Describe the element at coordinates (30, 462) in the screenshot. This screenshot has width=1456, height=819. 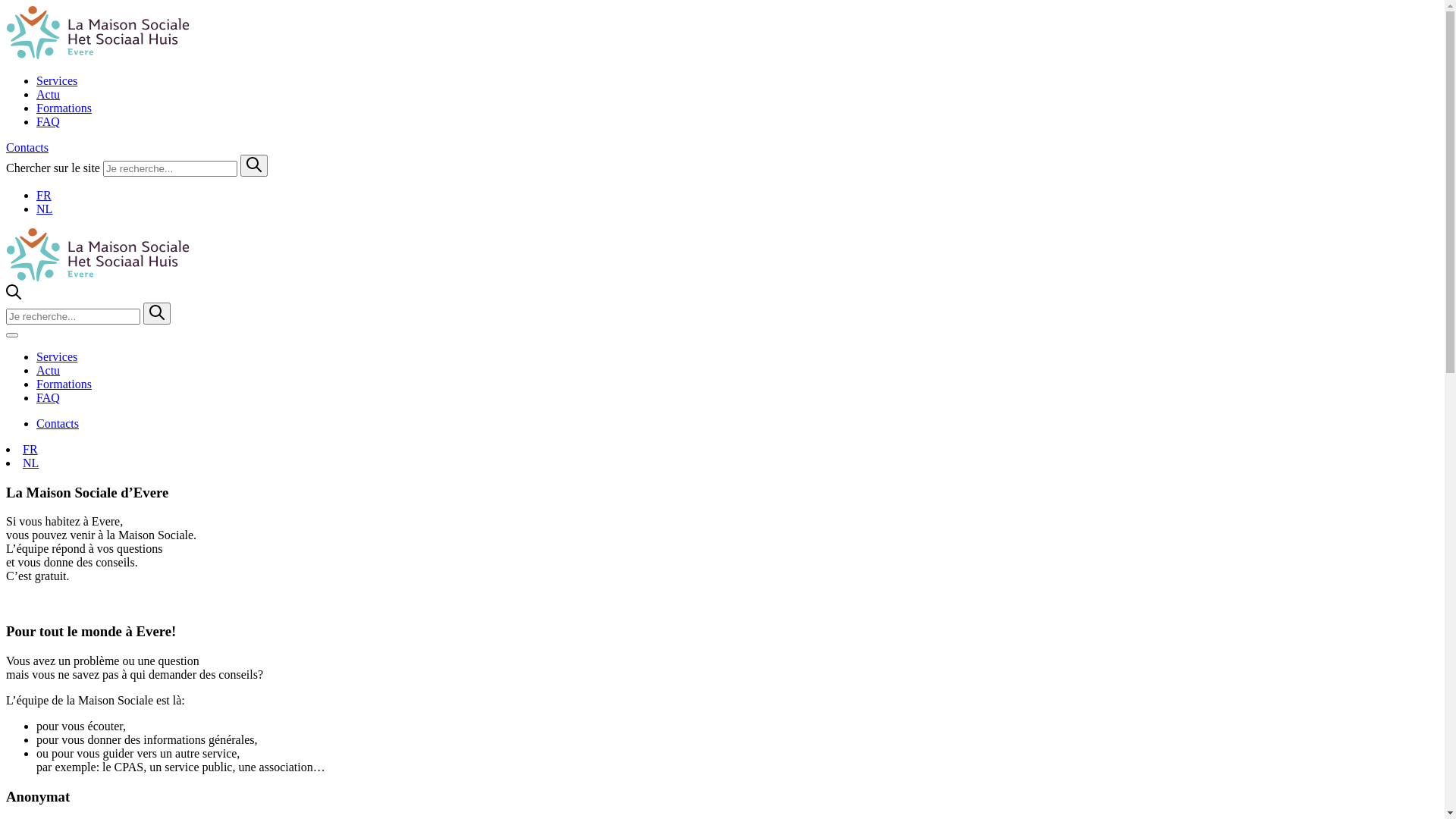
I see `'NL'` at that location.